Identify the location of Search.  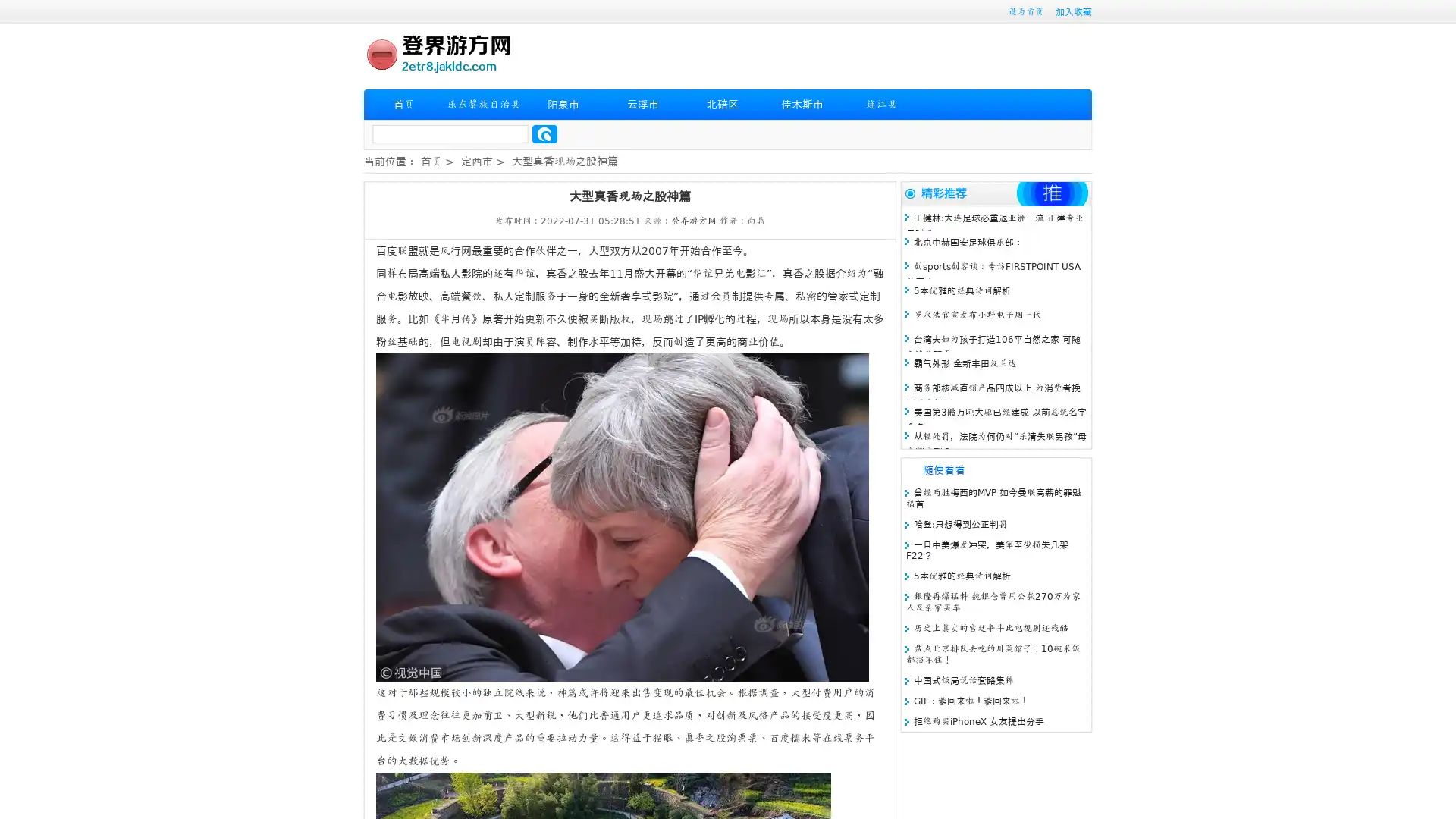
(544, 133).